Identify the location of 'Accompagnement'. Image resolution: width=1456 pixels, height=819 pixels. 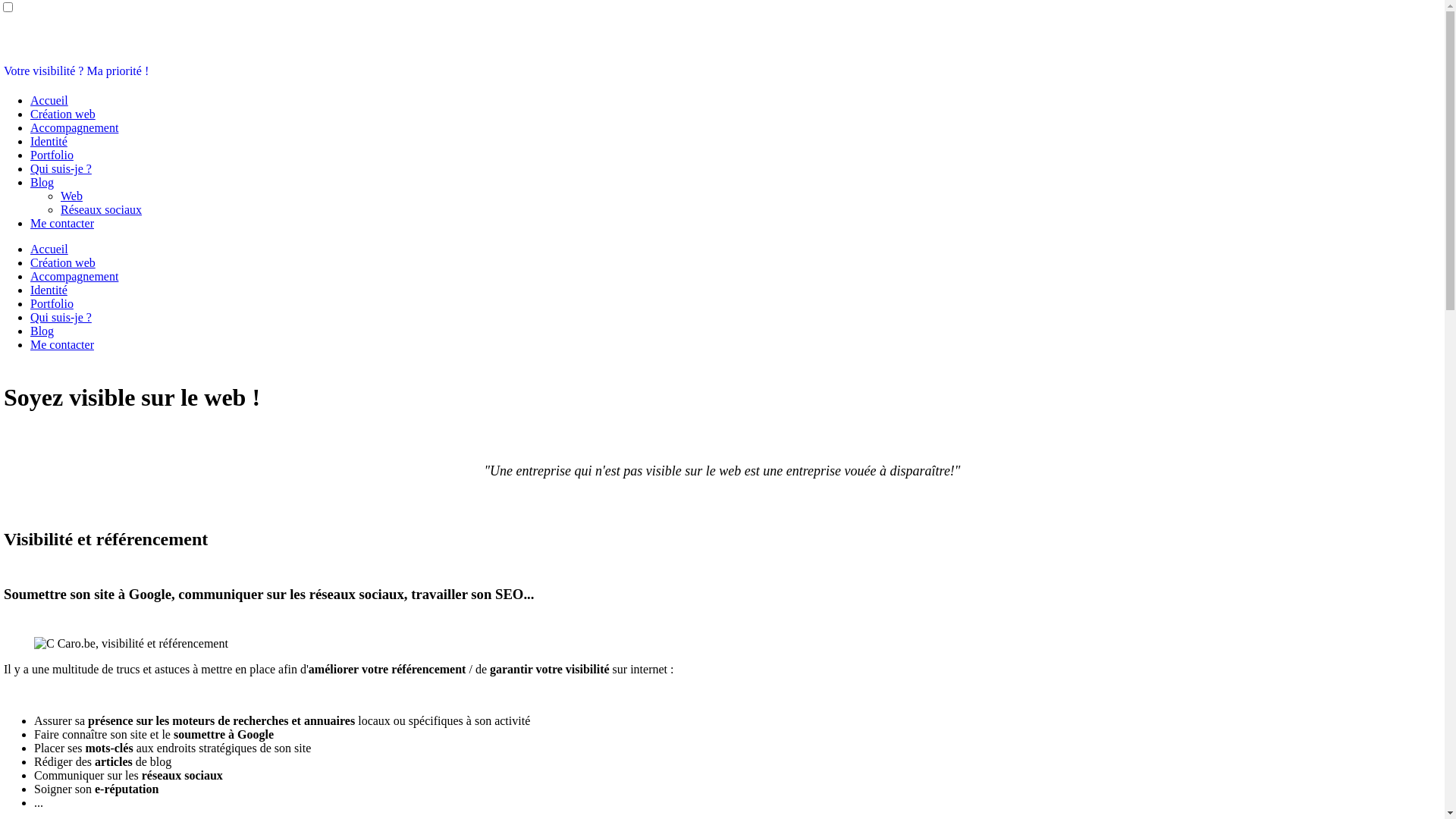
(73, 127).